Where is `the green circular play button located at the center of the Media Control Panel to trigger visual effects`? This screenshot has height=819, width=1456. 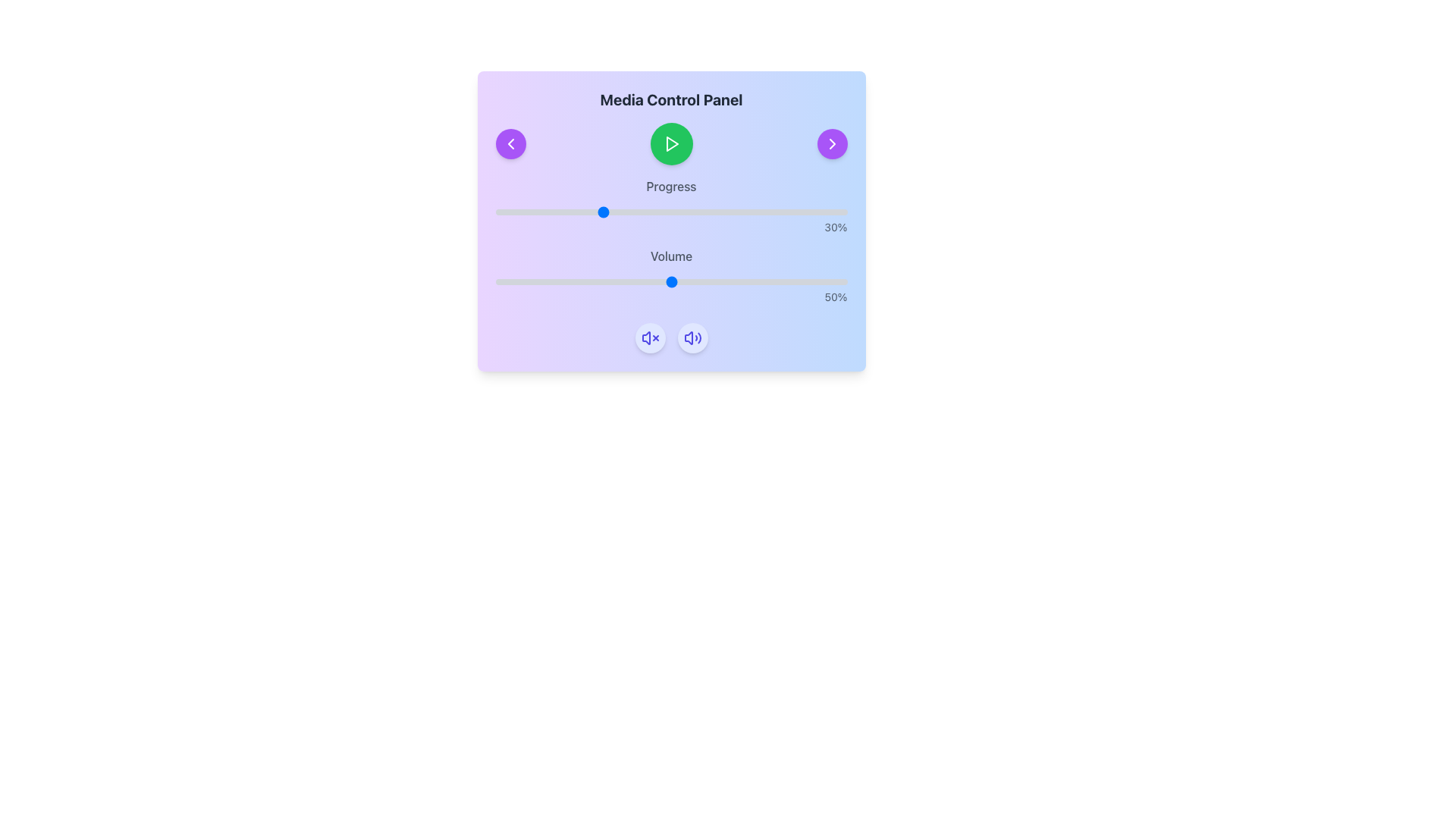
the green circular play button located at the center of the Media Control Panel to trigger visual effects is located at coordinates (670, 143).